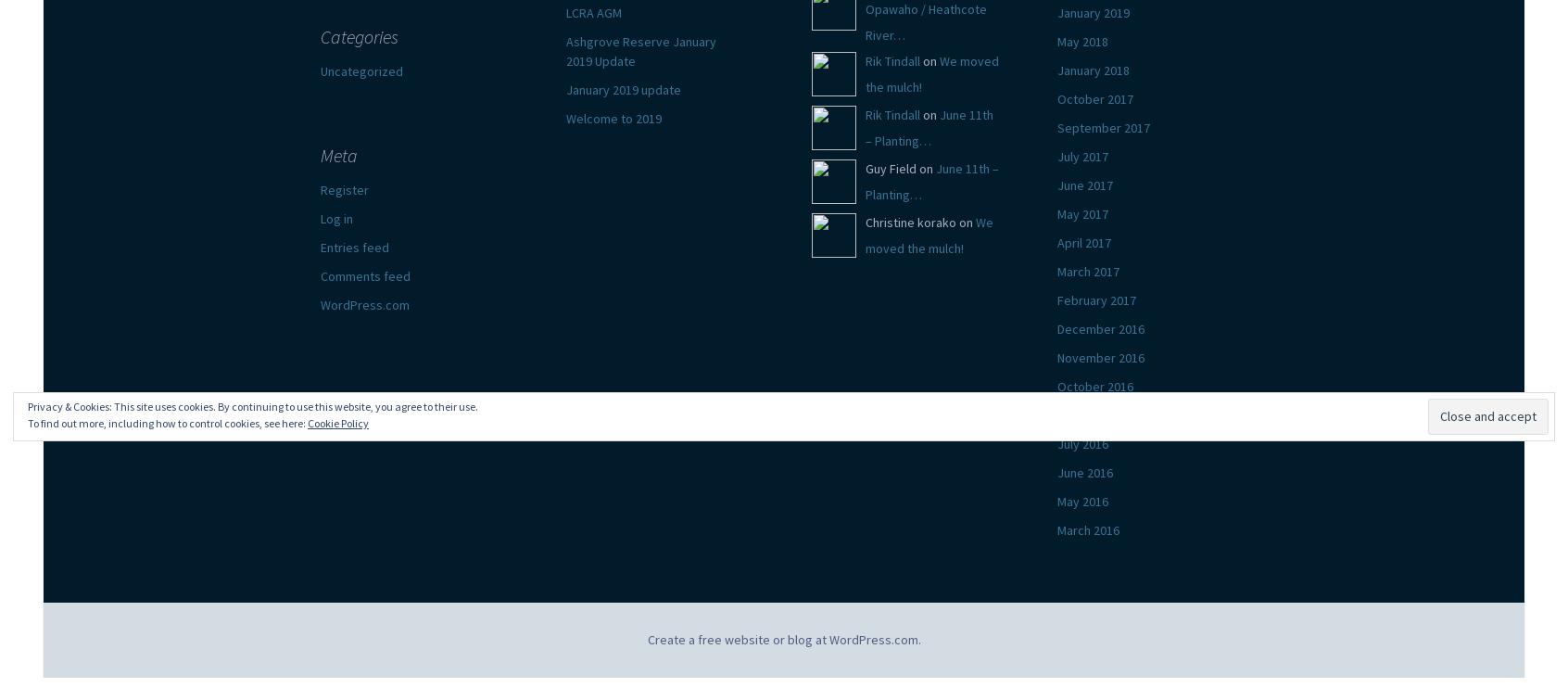 The height and width of the screenshot is (700, 1568). Describe the element at coordinates (252, 405) in the screenshot. I see `'Privacy & Cookies: This site uses cookies. By continuing to use this website, you agree to their use.'` at that location.